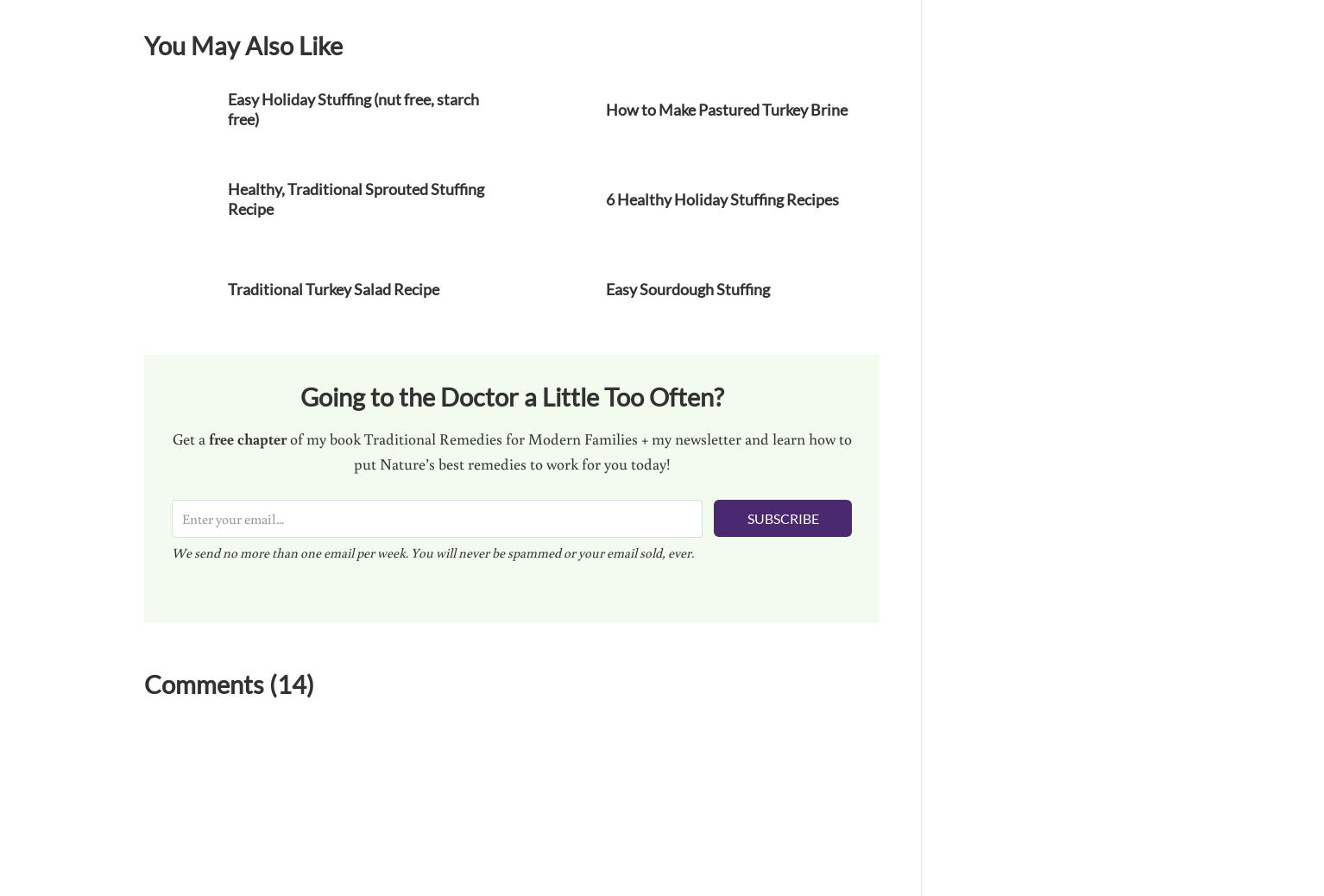  I want to click on 'of my book Traditional Remedies for Modern Families + my newsletter and learn how to put Nature’s best remedies to work for you today!', so click(567, 450).